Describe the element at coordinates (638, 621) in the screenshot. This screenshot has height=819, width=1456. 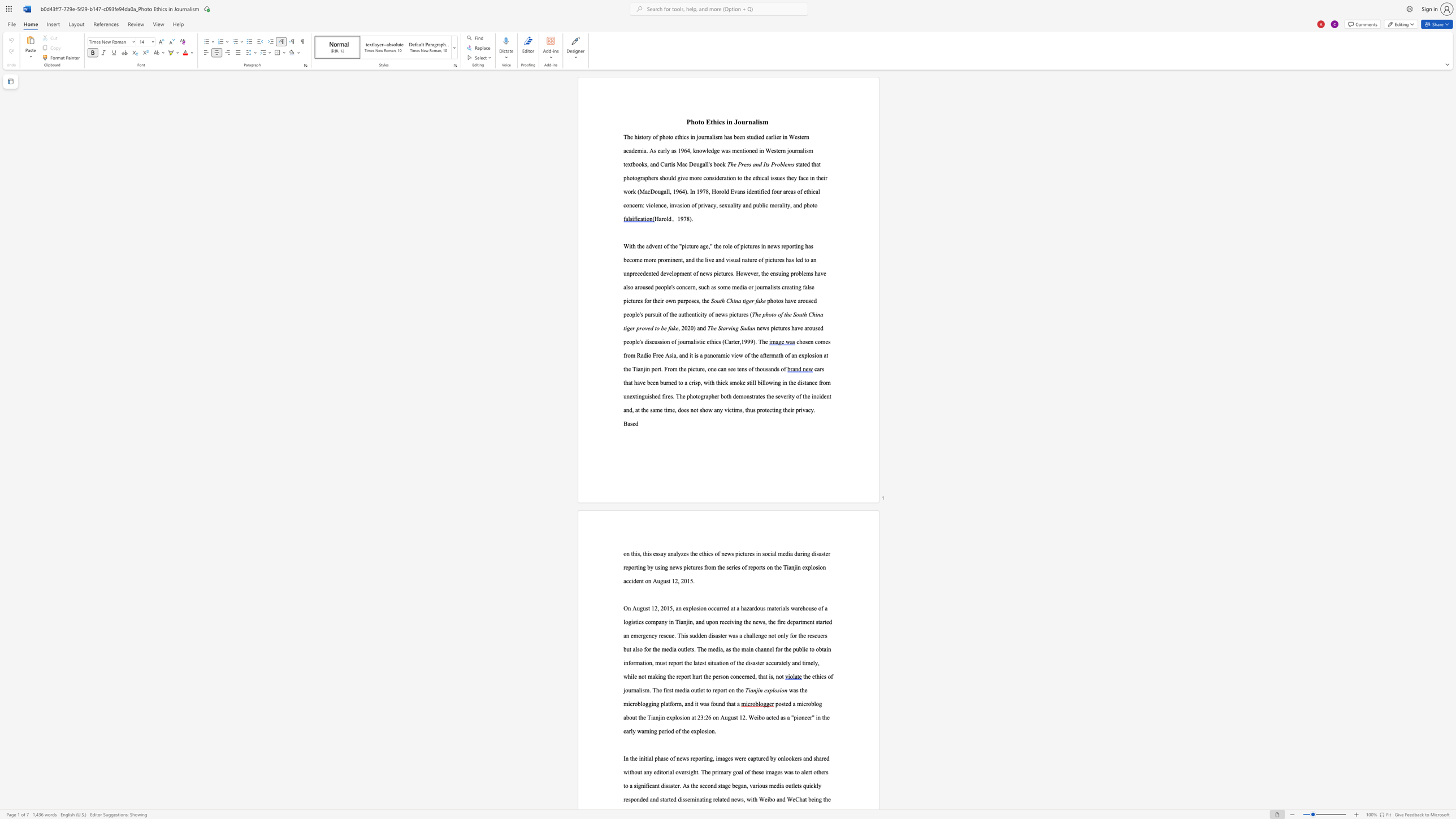
I see `the subset text "cs" within the text "a logistics"` at that location.